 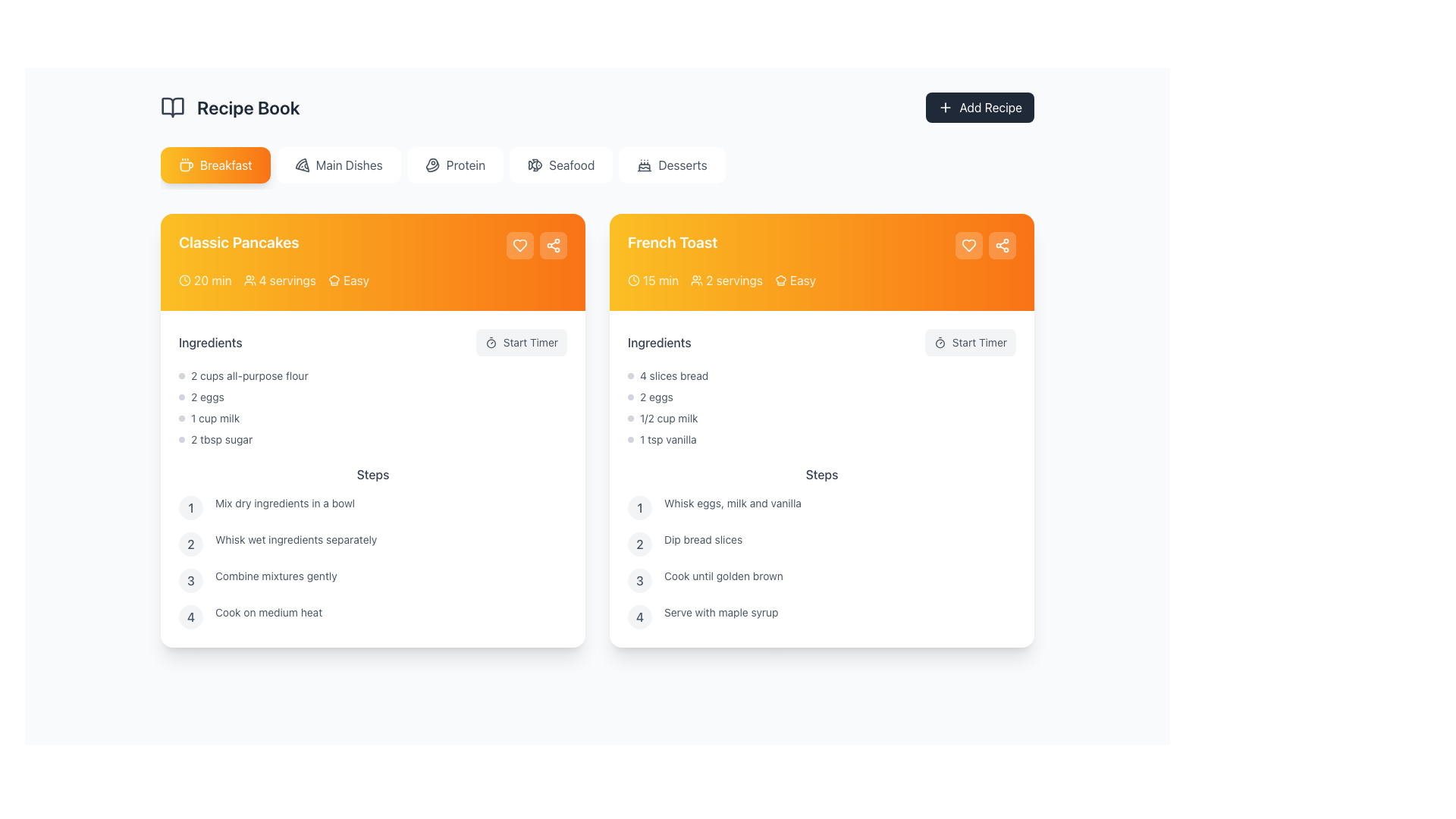 I want to click on the first circular badge labeled '1' in the 'Steps' section of the 'Classic Pancakes' recipe card, so click(x=190, y=508).